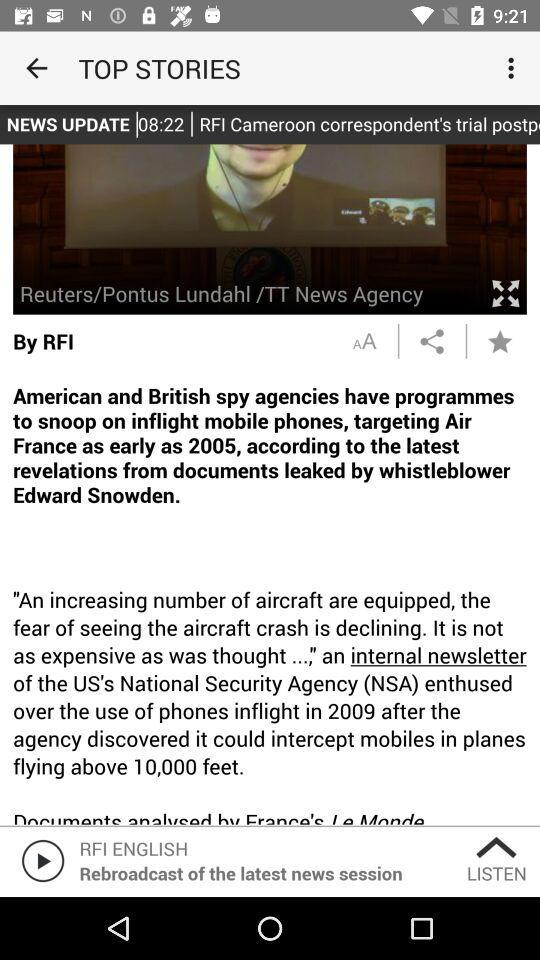 The width and height of the screenshot is (540, 960). I want to click on arrow above listen, so click(496, 846).